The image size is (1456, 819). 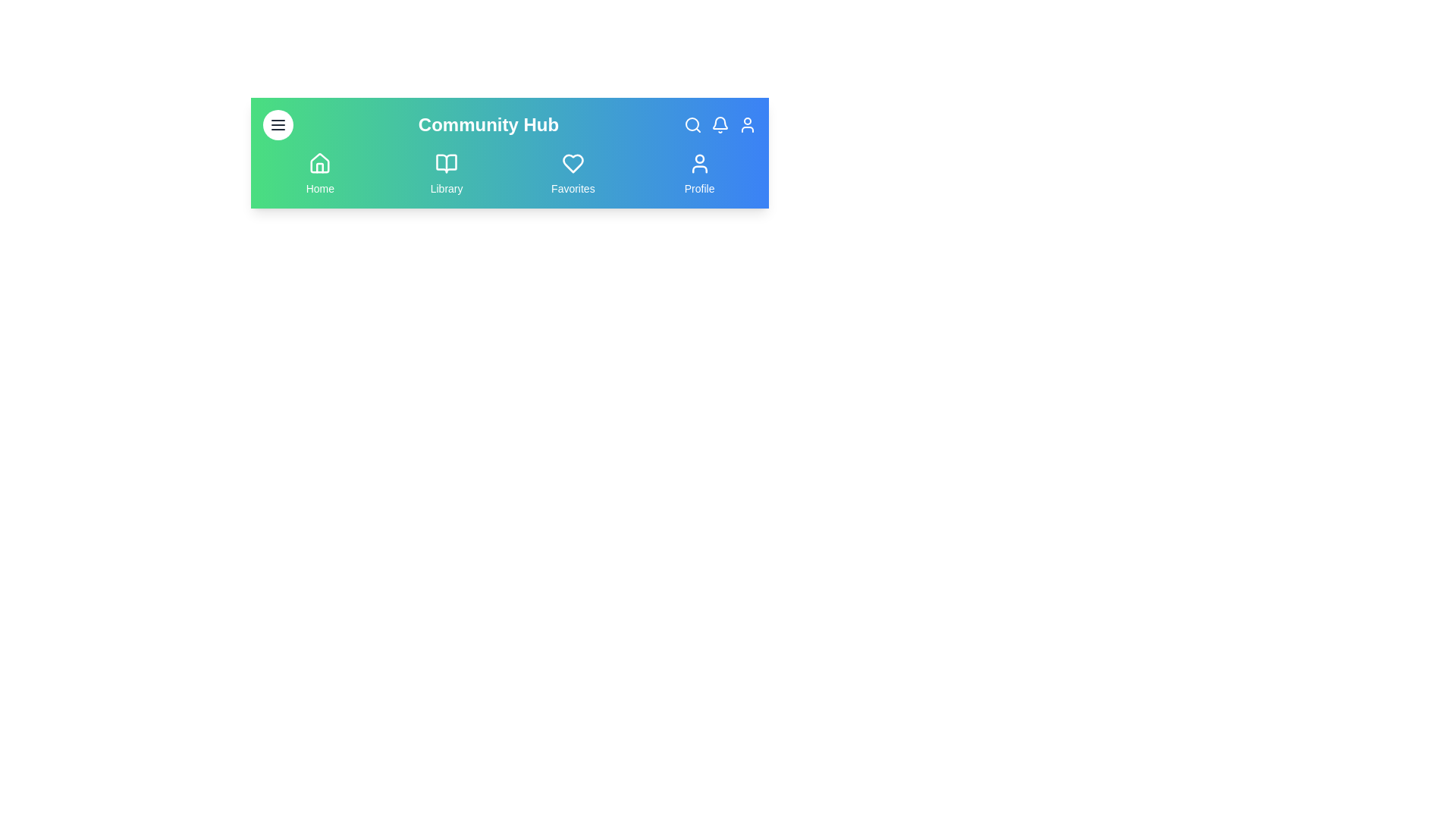 I want to click on the Search icon in the top right of the navigation bar, so click(x=692, y=124).